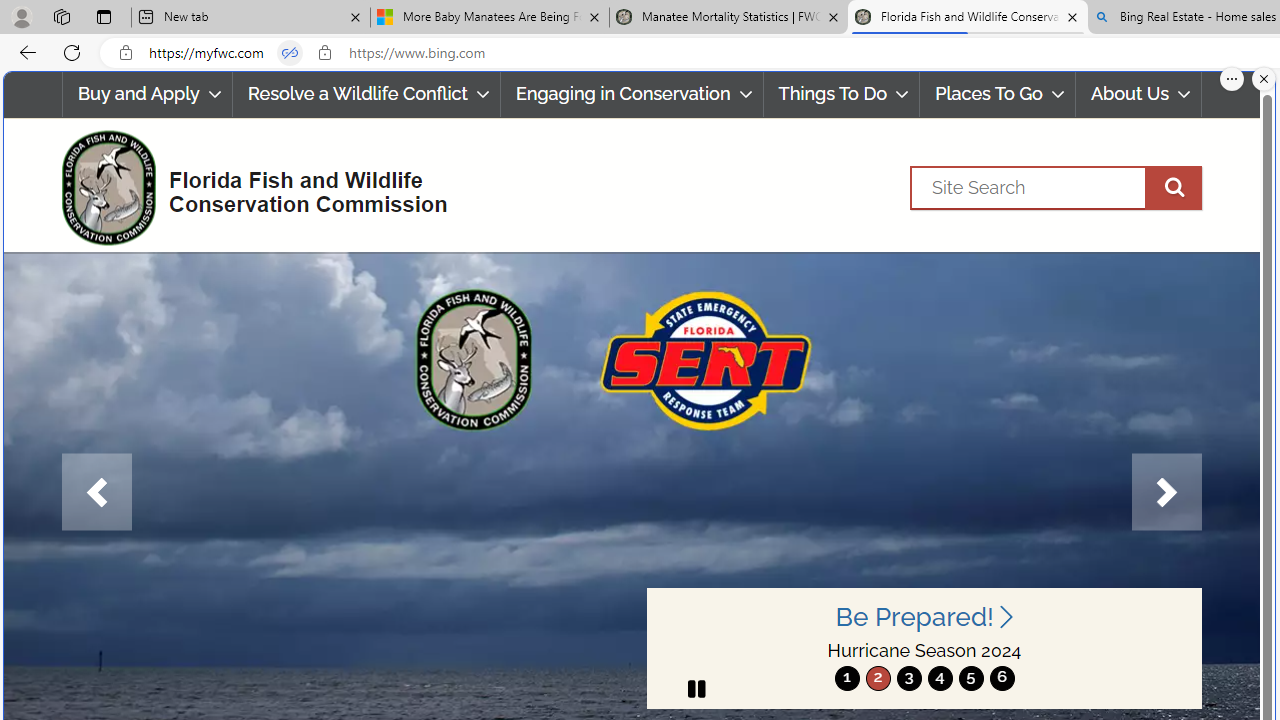 This screenshot has height=720, width=1280. I want to click on 'Things To Do', so click(842, 94).